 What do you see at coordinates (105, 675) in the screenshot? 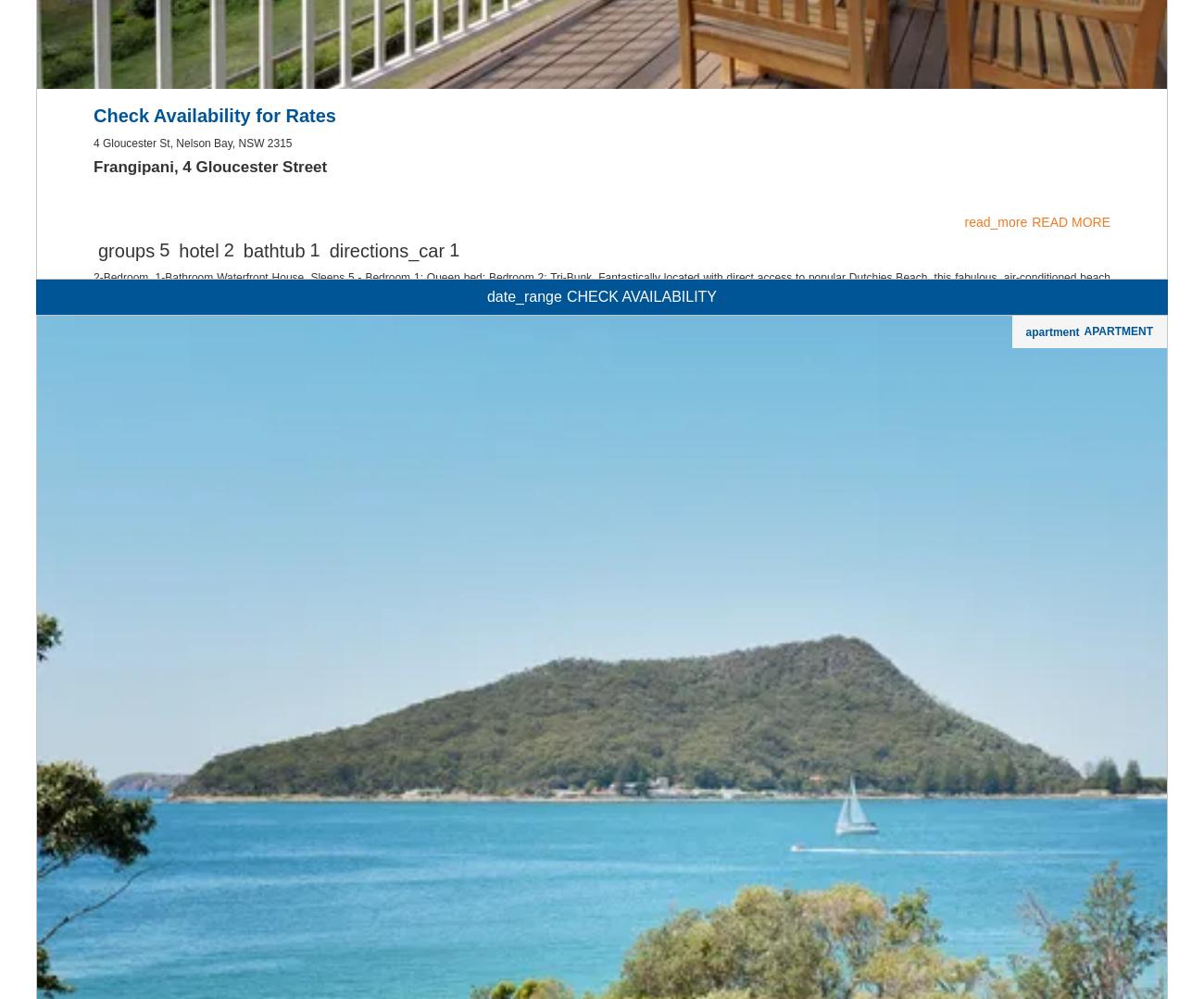
I see `'Dutchies Beach'` at bounding box center [105, 675].